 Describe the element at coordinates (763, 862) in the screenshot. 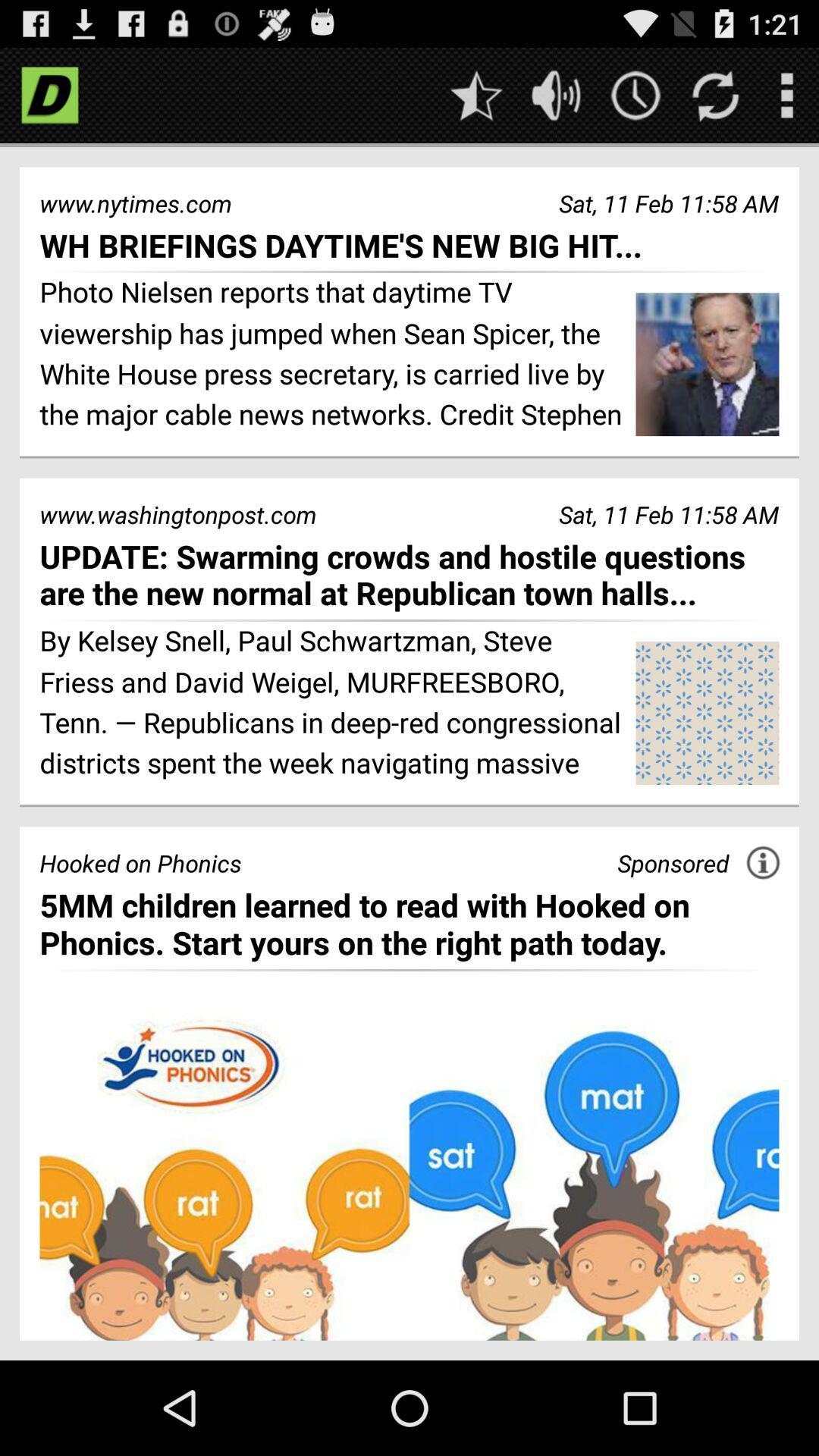

I see `information about sponsored post` at that location.